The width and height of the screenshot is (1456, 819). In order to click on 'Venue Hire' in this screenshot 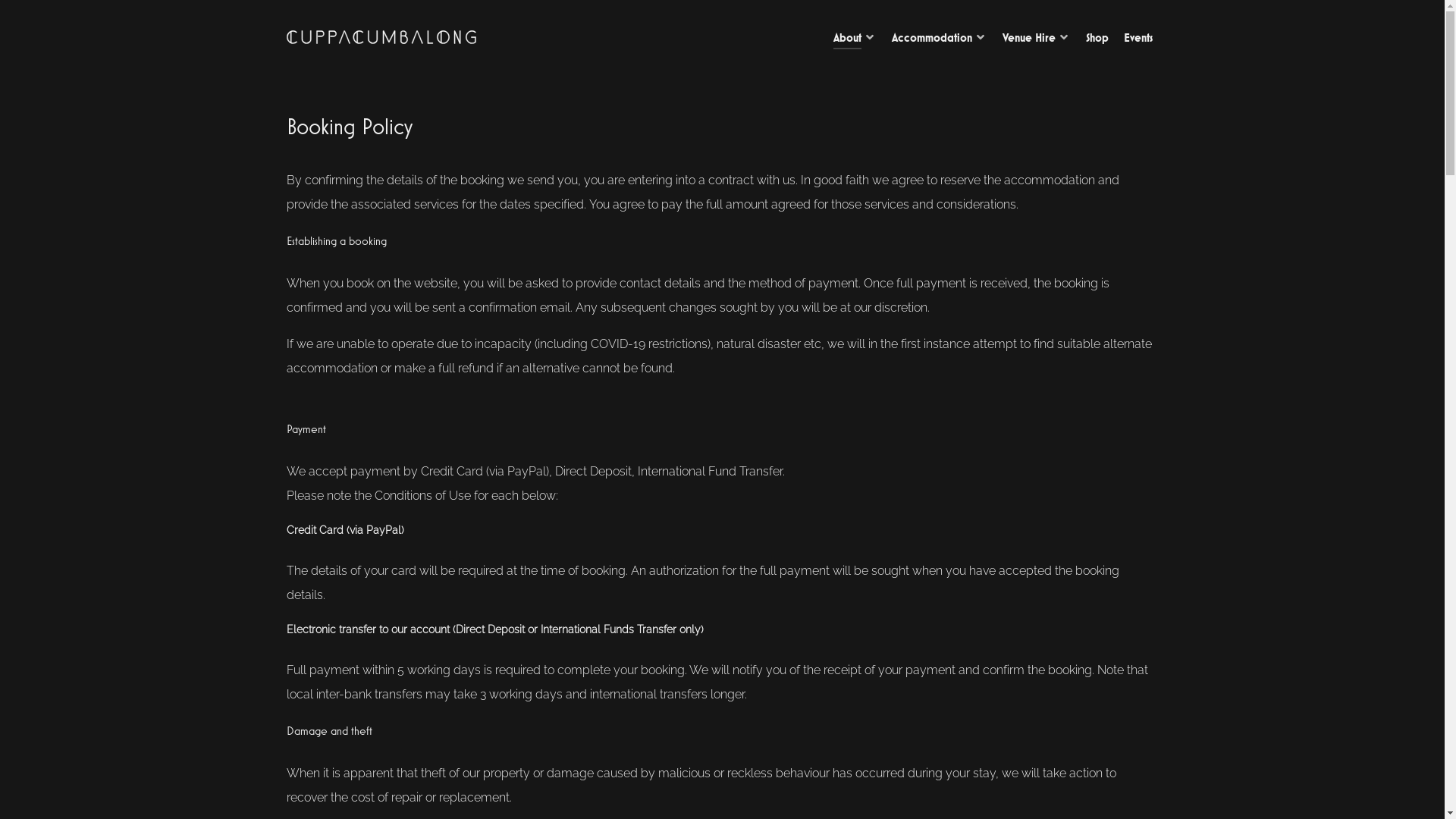, I will do `click(1036, 37)`.